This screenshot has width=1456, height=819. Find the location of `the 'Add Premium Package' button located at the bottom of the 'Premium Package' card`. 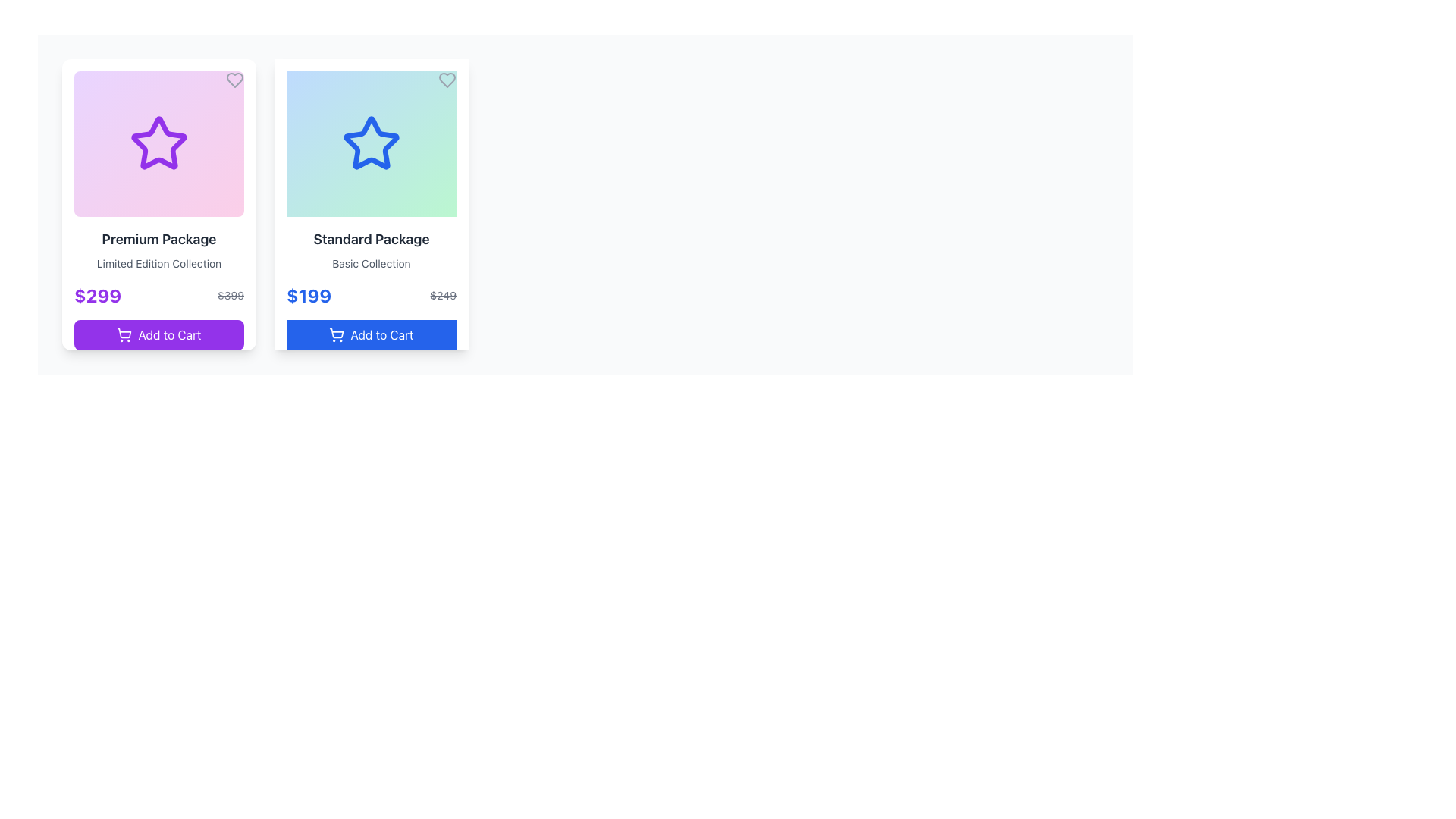

the 'Add Premium Package' button located at the bottom of the 'Premium Package' card is located at coordinates (159, 334).